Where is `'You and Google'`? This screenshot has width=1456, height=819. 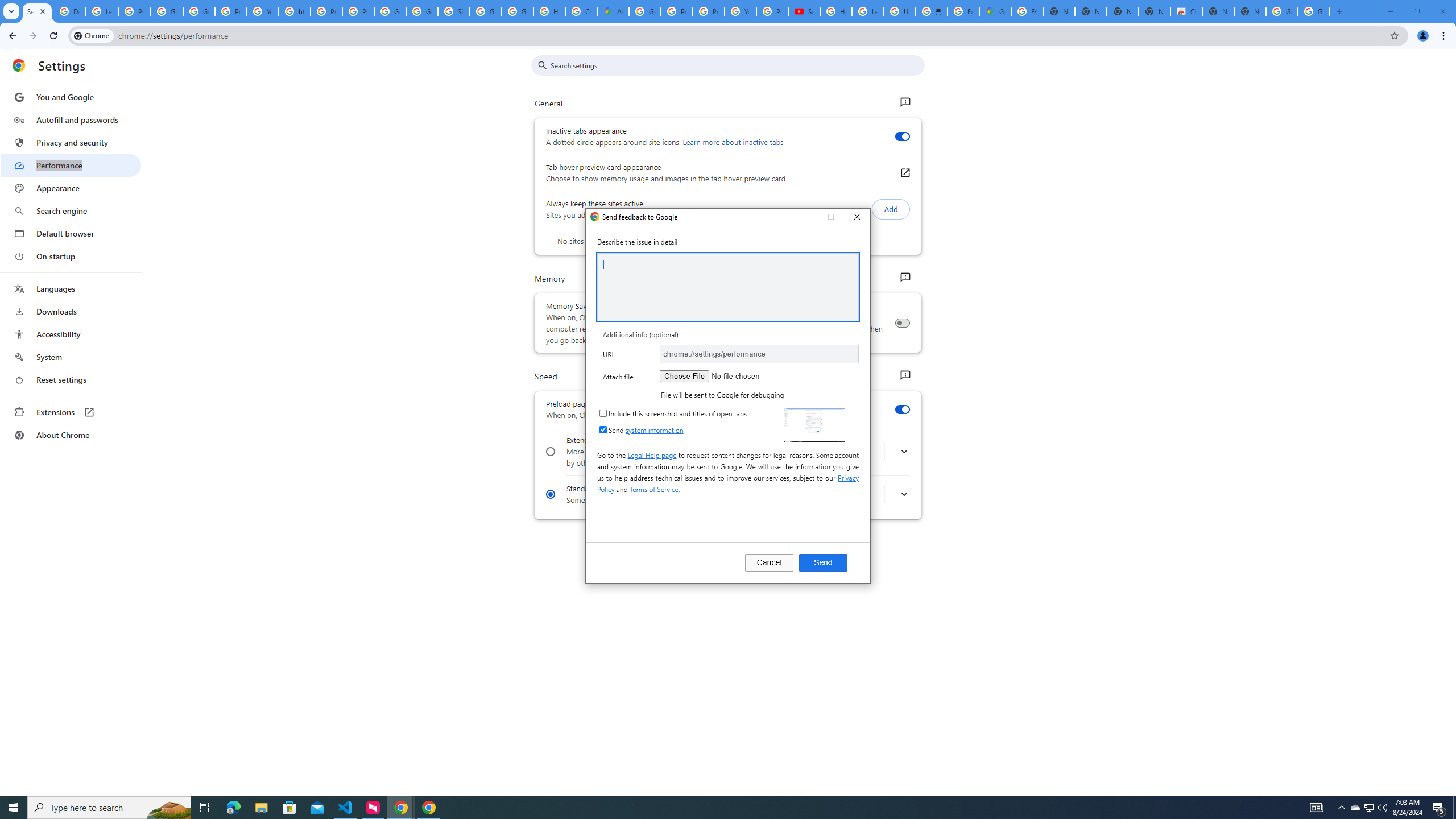 'You and Google' is located at coordinates (70, 97).